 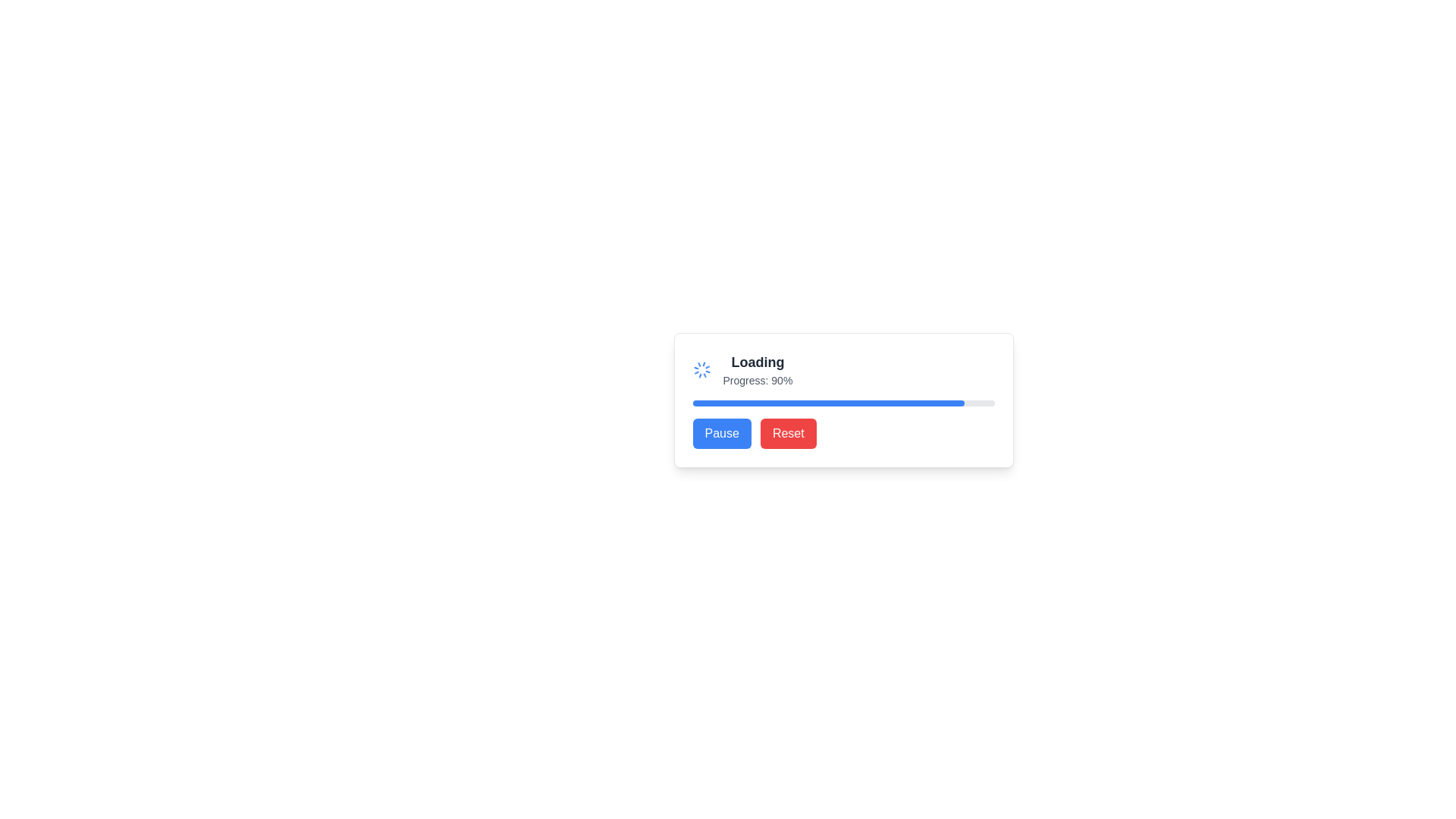 What do you see at coordinates (843, 403) in the screenshot?
I see `the progress visually by focusing on the progress bar located beneath the 'Progress: 80%' text and above the 'Pause' and 'Reset' buttons` at bounding box center [843, 403].